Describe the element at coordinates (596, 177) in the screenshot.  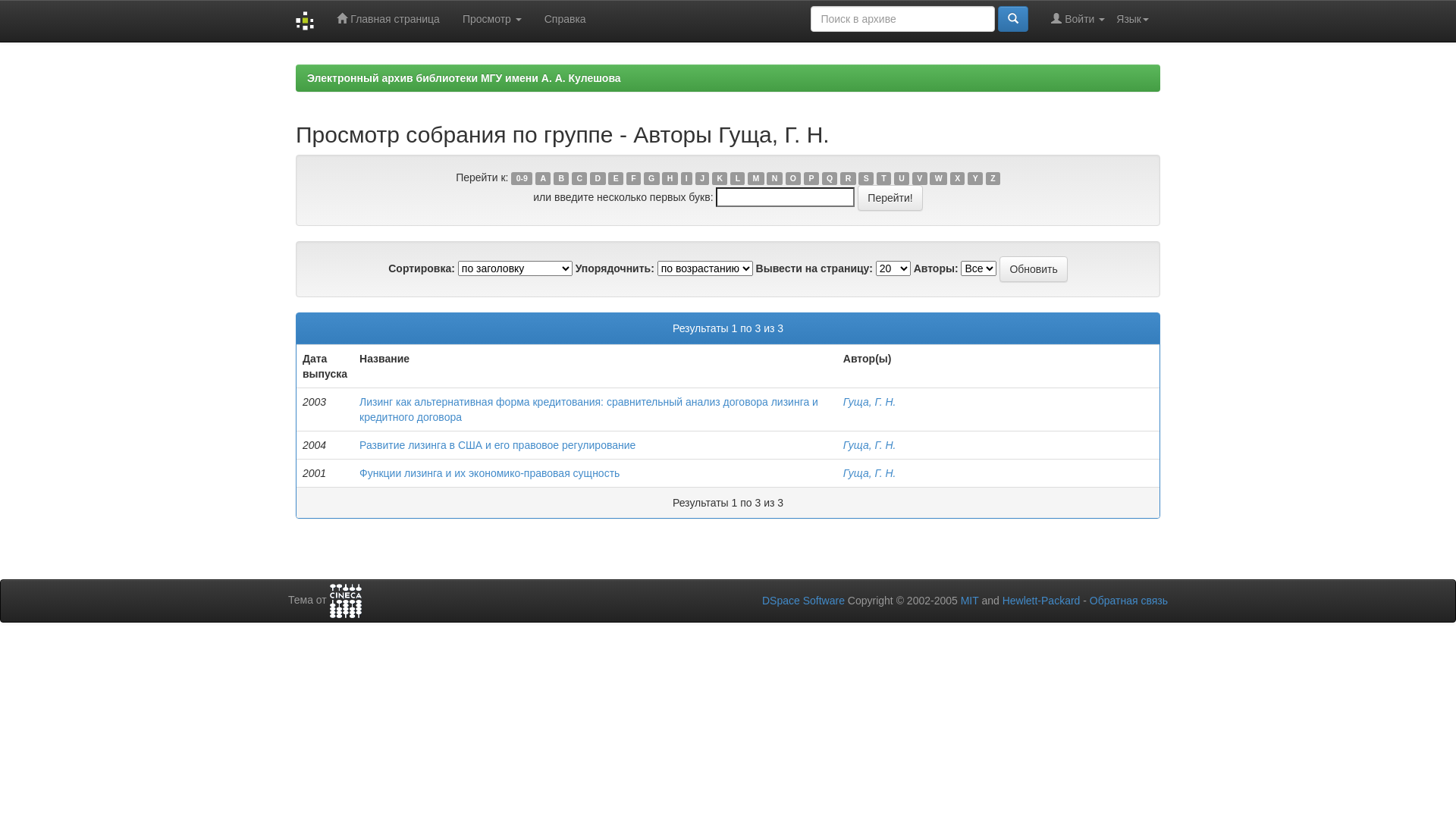
I see `'D'` at that location.